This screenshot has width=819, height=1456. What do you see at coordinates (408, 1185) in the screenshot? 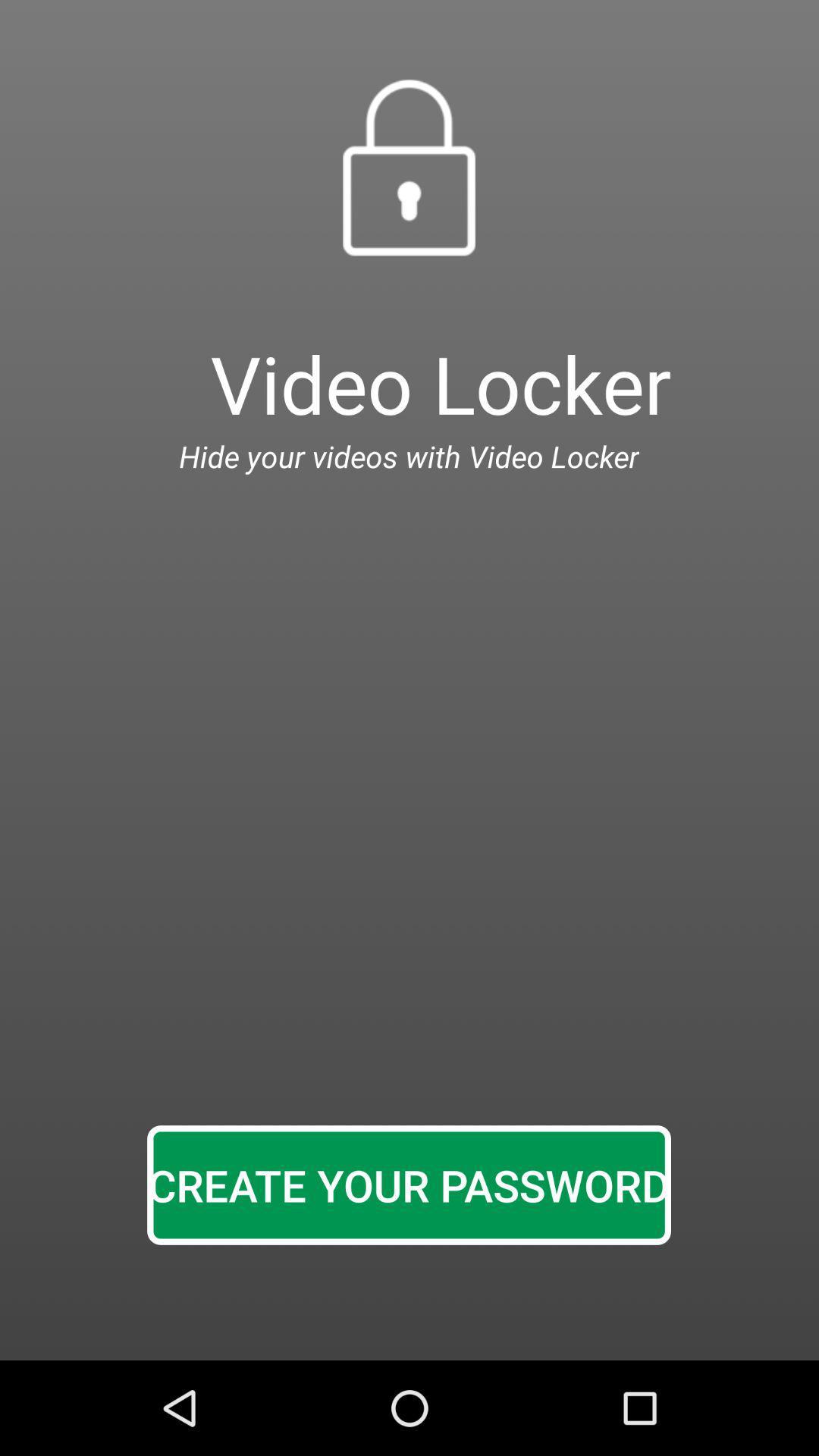
I see `create your password icon` at bounding box center [408, 1185].